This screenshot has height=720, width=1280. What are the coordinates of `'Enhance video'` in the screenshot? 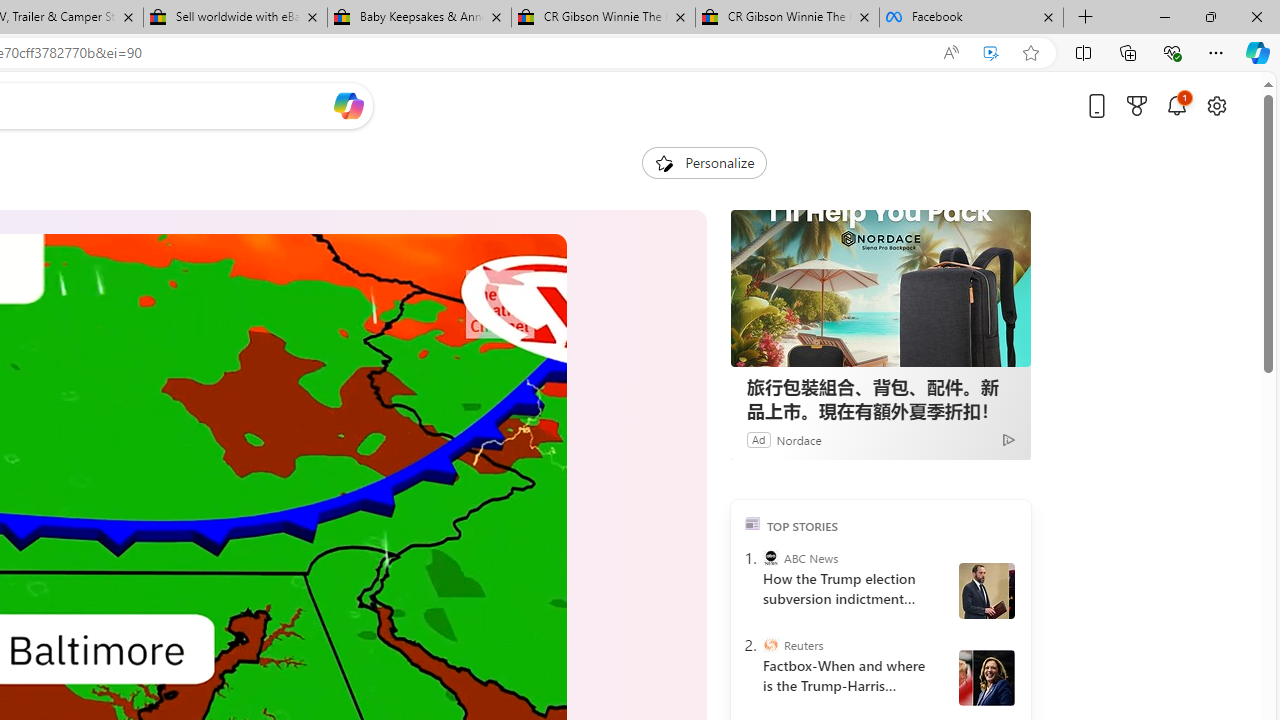 It's located at (991, 52).